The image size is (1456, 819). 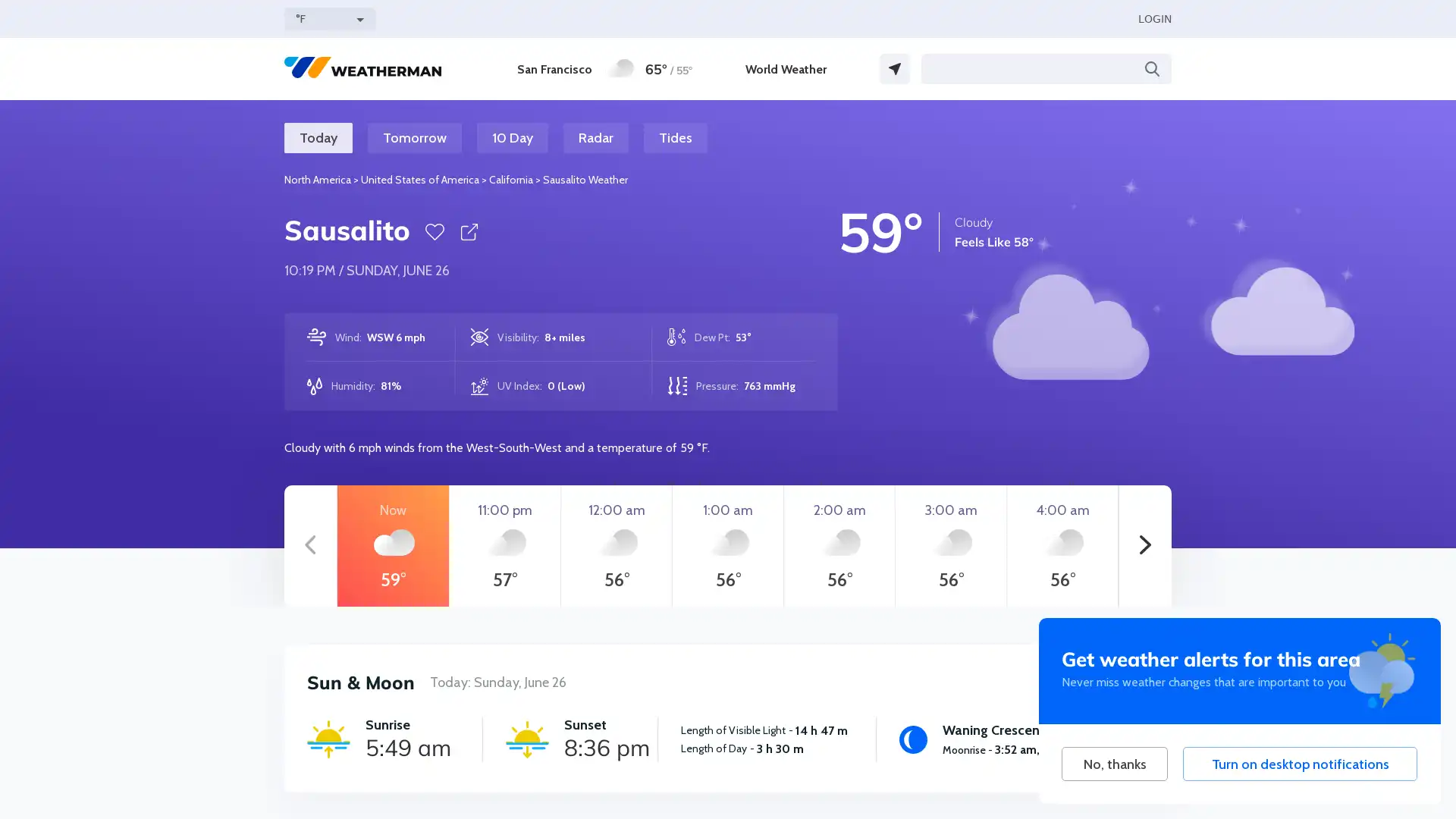 I want to click on Turn on desktop notifications, so click(x=1299, y=764).